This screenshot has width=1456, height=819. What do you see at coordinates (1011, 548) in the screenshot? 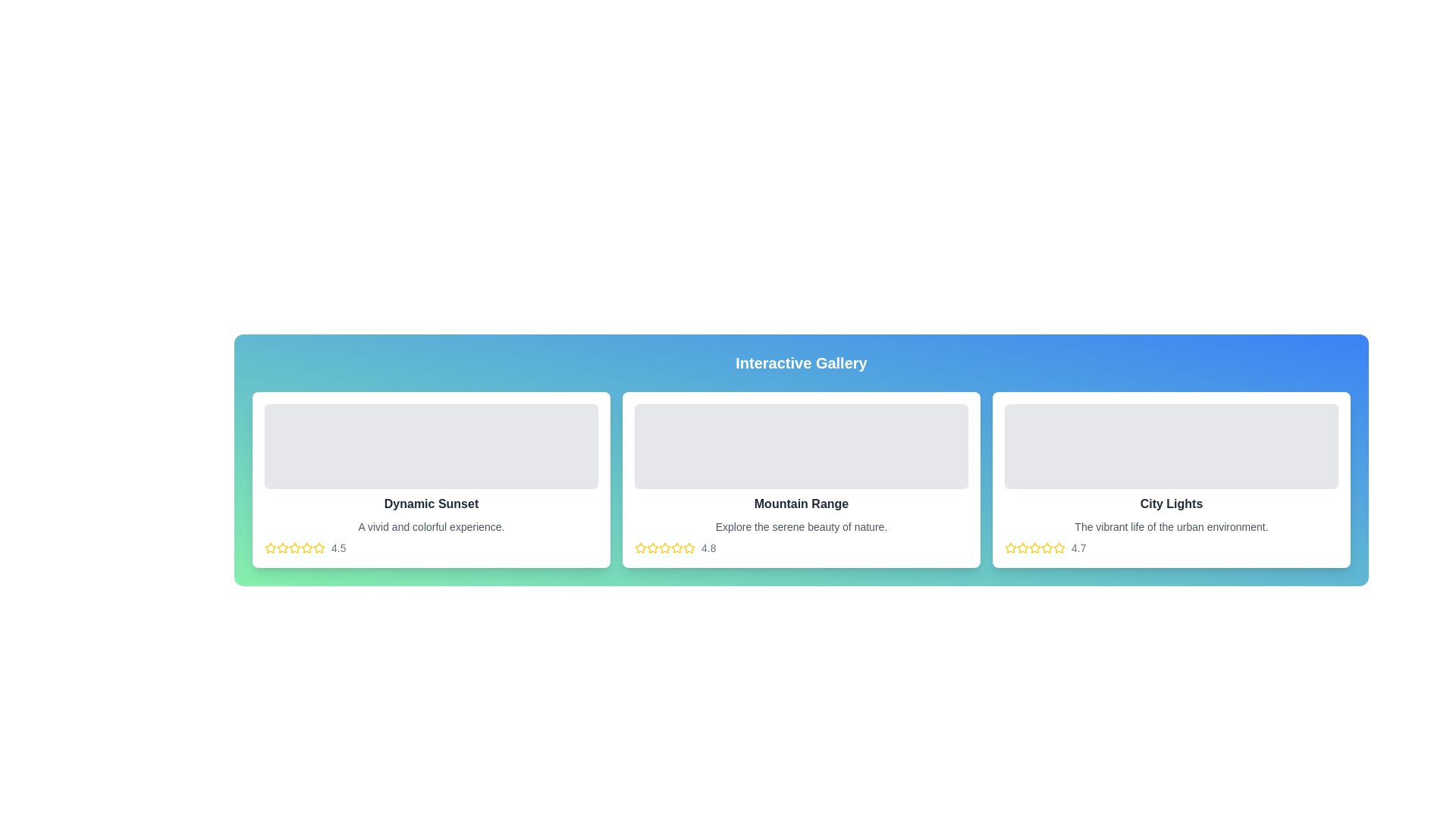
I see `the small star-shaped icon with a yellow outline and a white interior, located under the 'City Lights' title in the interactive gallery, specifically the leftmost star in the rating system` at bounding box center [1011, 548].